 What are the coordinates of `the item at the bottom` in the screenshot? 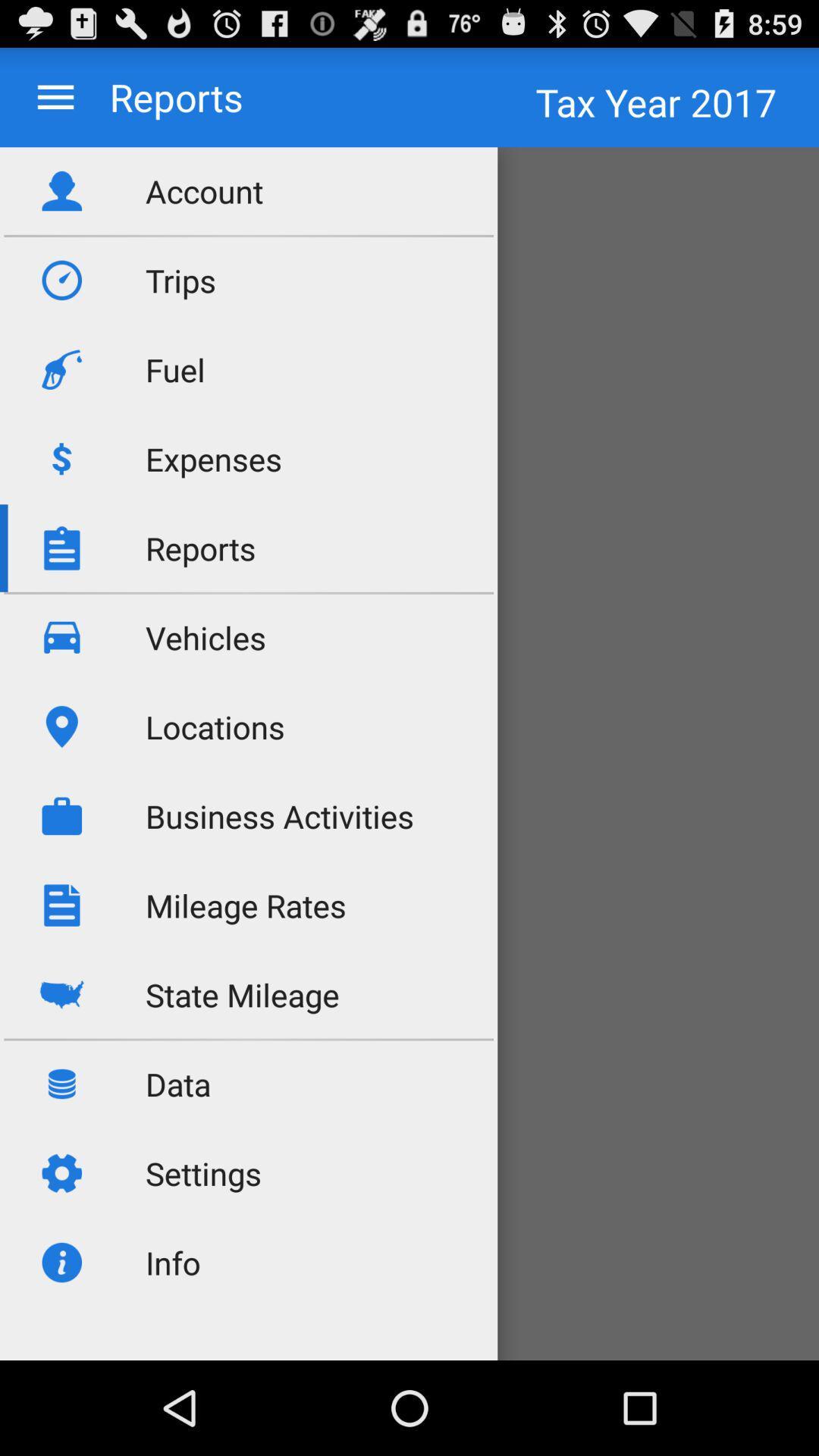 It's located at (409, 1277).